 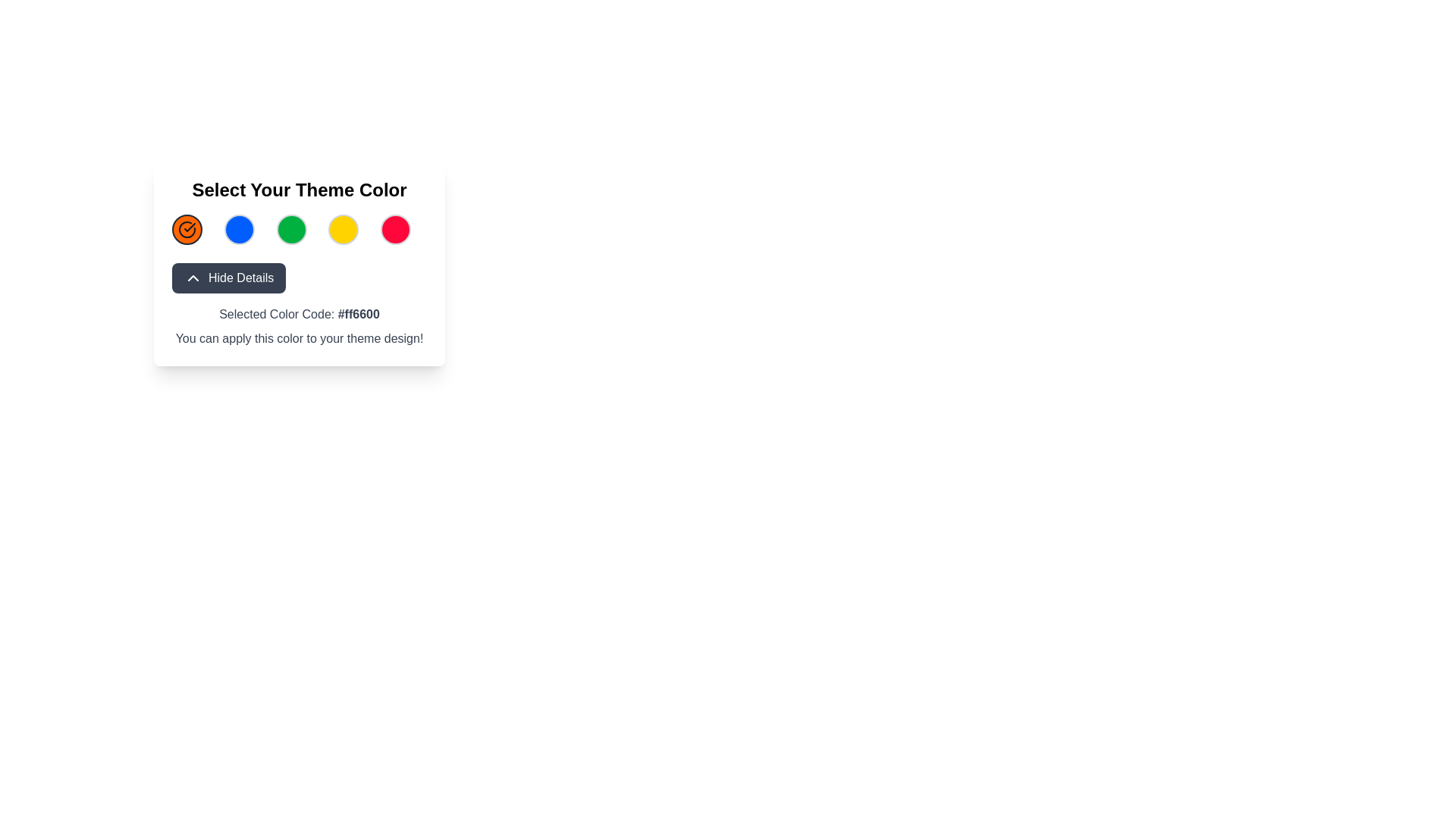 What do you see at coordinates (299, 338) in the screenshot?
I see `the informational Text Label that guides the user about the relevance of the selected color for their theme design, located below 'Selected Color Code: #ff6600'` at bounding box center [299, 338].